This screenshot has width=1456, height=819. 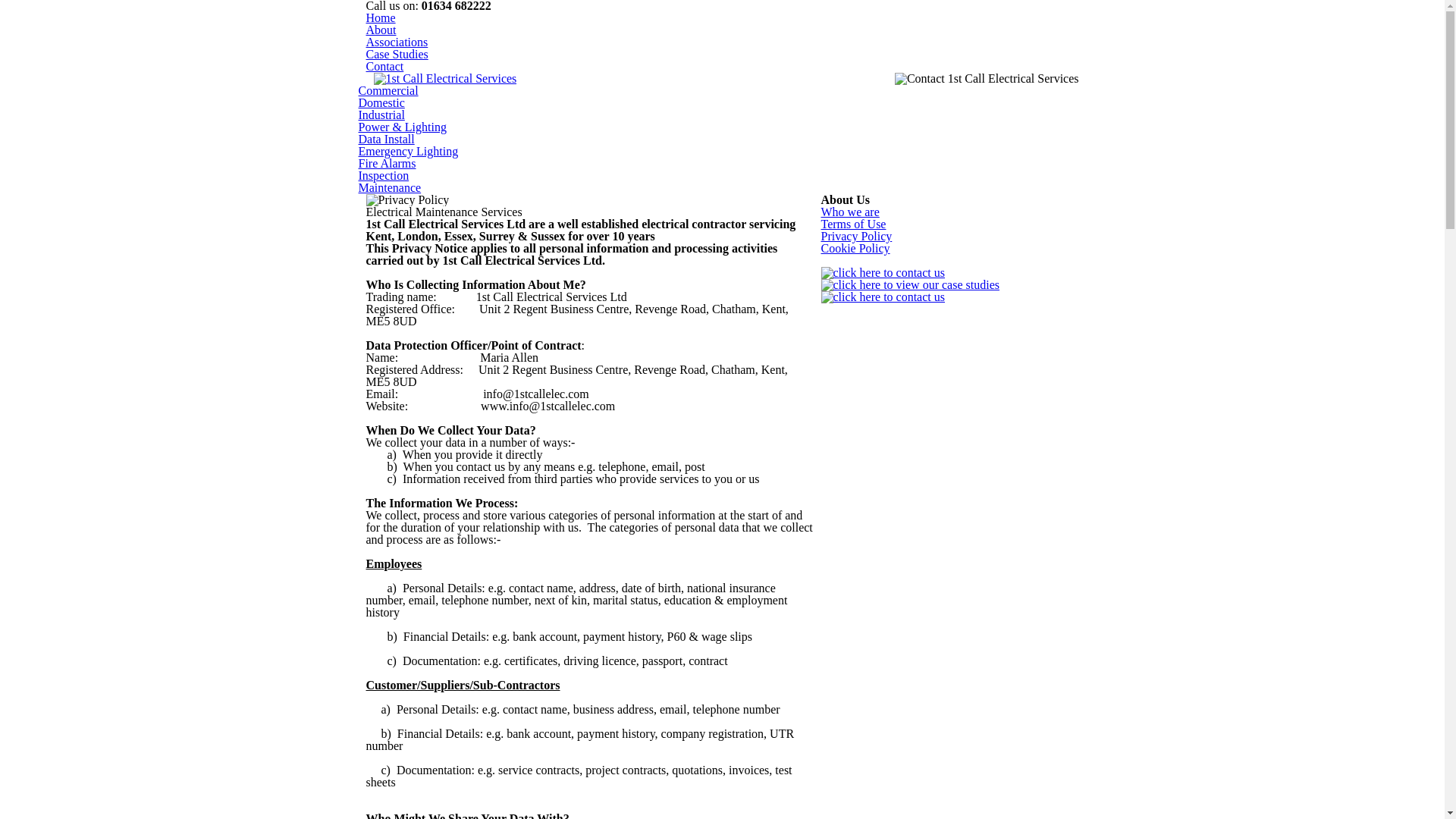 I want to click on 'Industrial', so click(x=381, y=114).